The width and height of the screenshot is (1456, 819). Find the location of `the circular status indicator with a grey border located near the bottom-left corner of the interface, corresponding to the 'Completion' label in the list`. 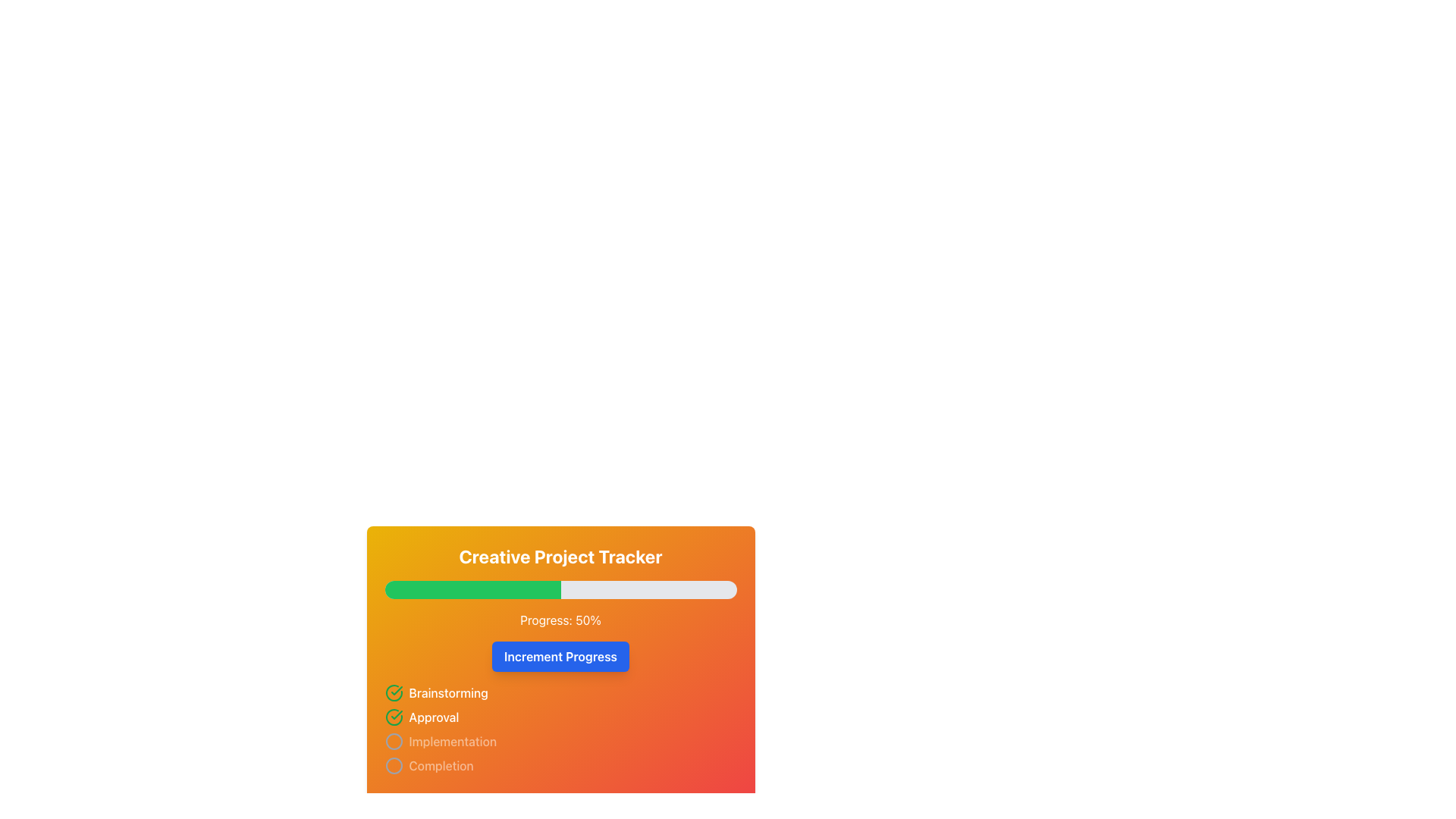

the circular status indicator with a grey border located near the bottom-left corner of the interface, corresponding to the 'Completion' label in the list is located at coordinates (394, 766).